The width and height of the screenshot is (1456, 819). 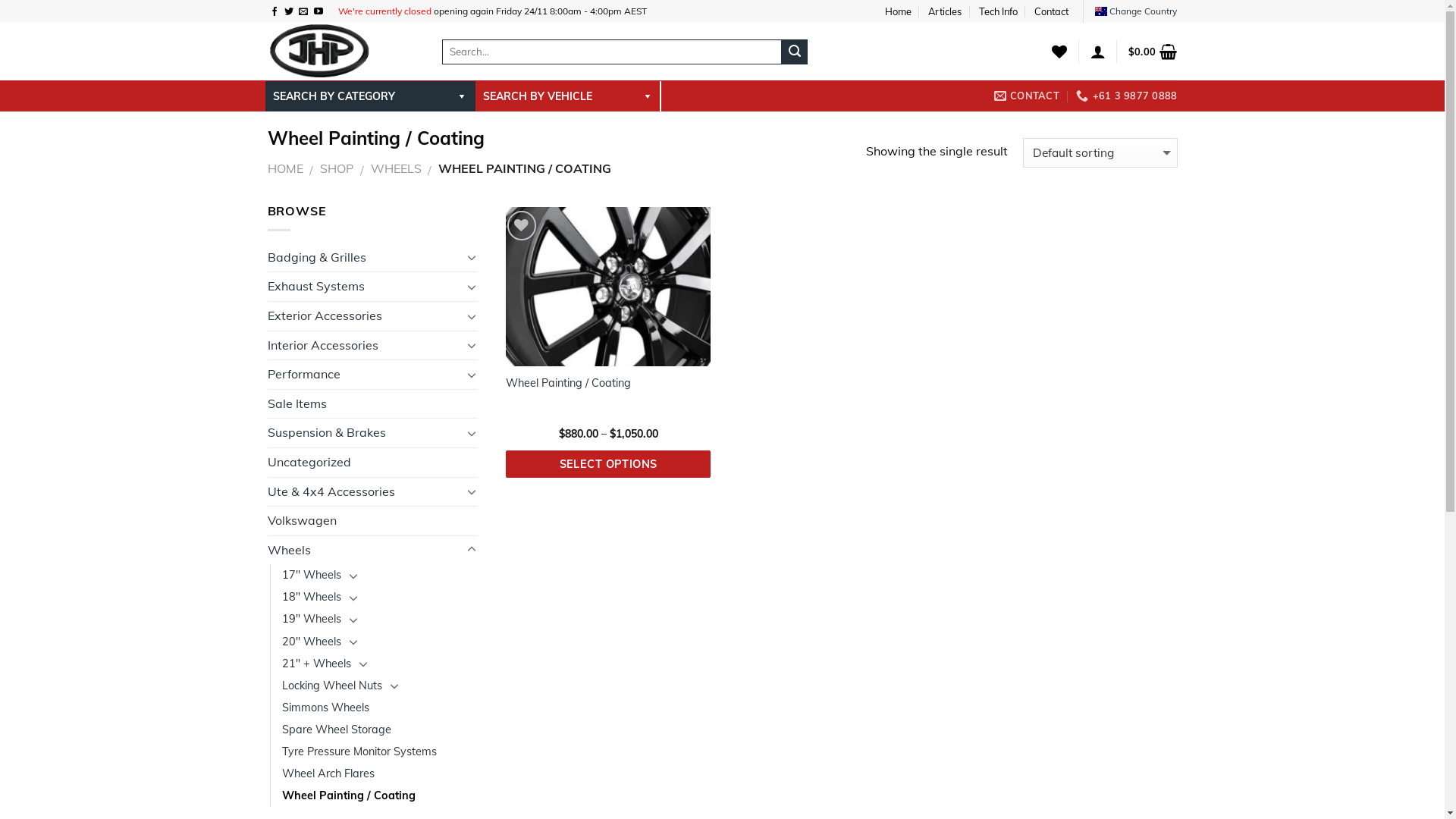 What do you see at coordinates (364, 345) in the screenshot?
I see `'Interior Accessories'` at bounding box center [364, 345].